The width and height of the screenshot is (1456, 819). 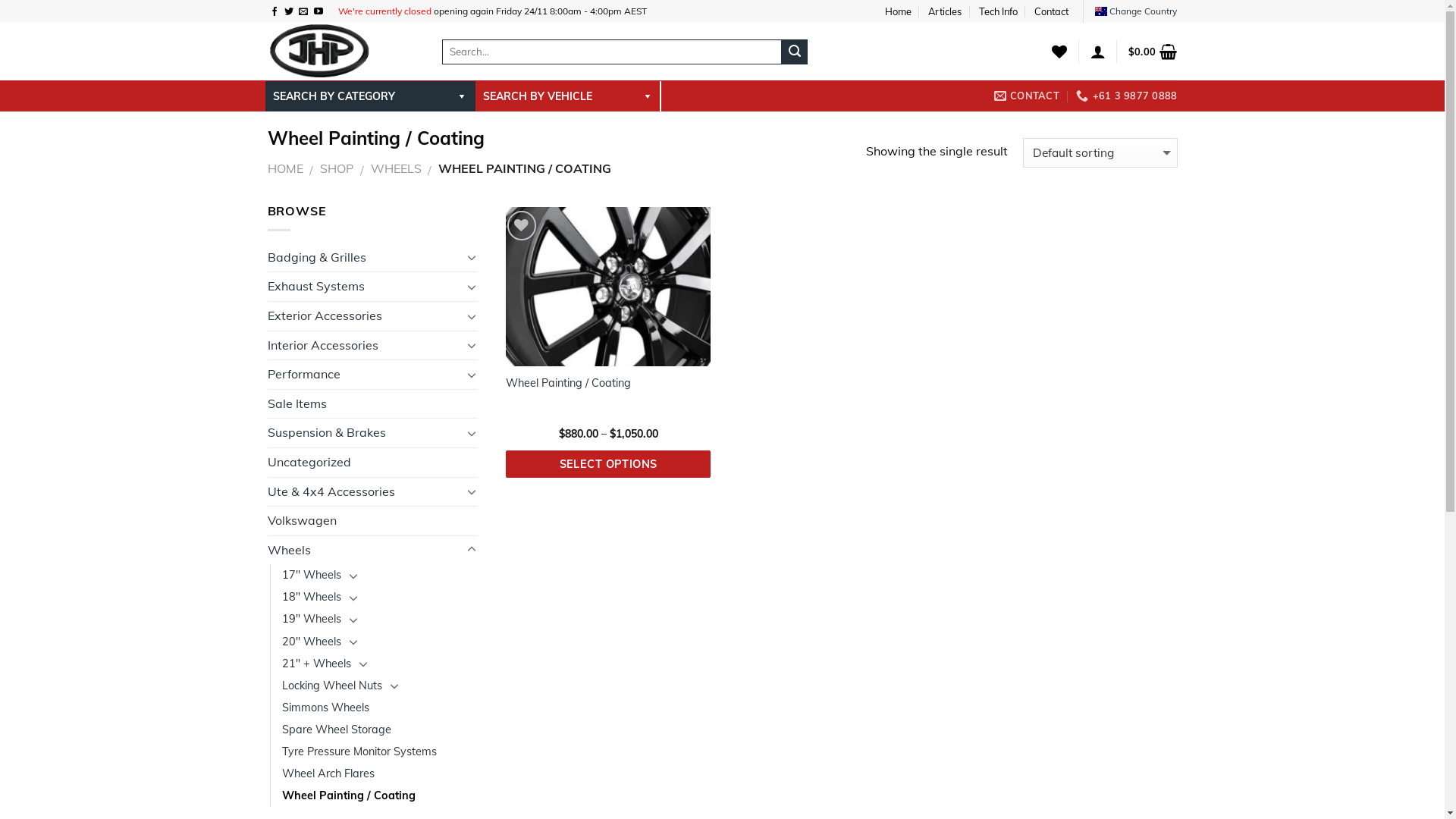 What do you see at coordinates (364, 345) in the screenshot?
I see `'Interior Accessories'` at bounding box center [364, 345].